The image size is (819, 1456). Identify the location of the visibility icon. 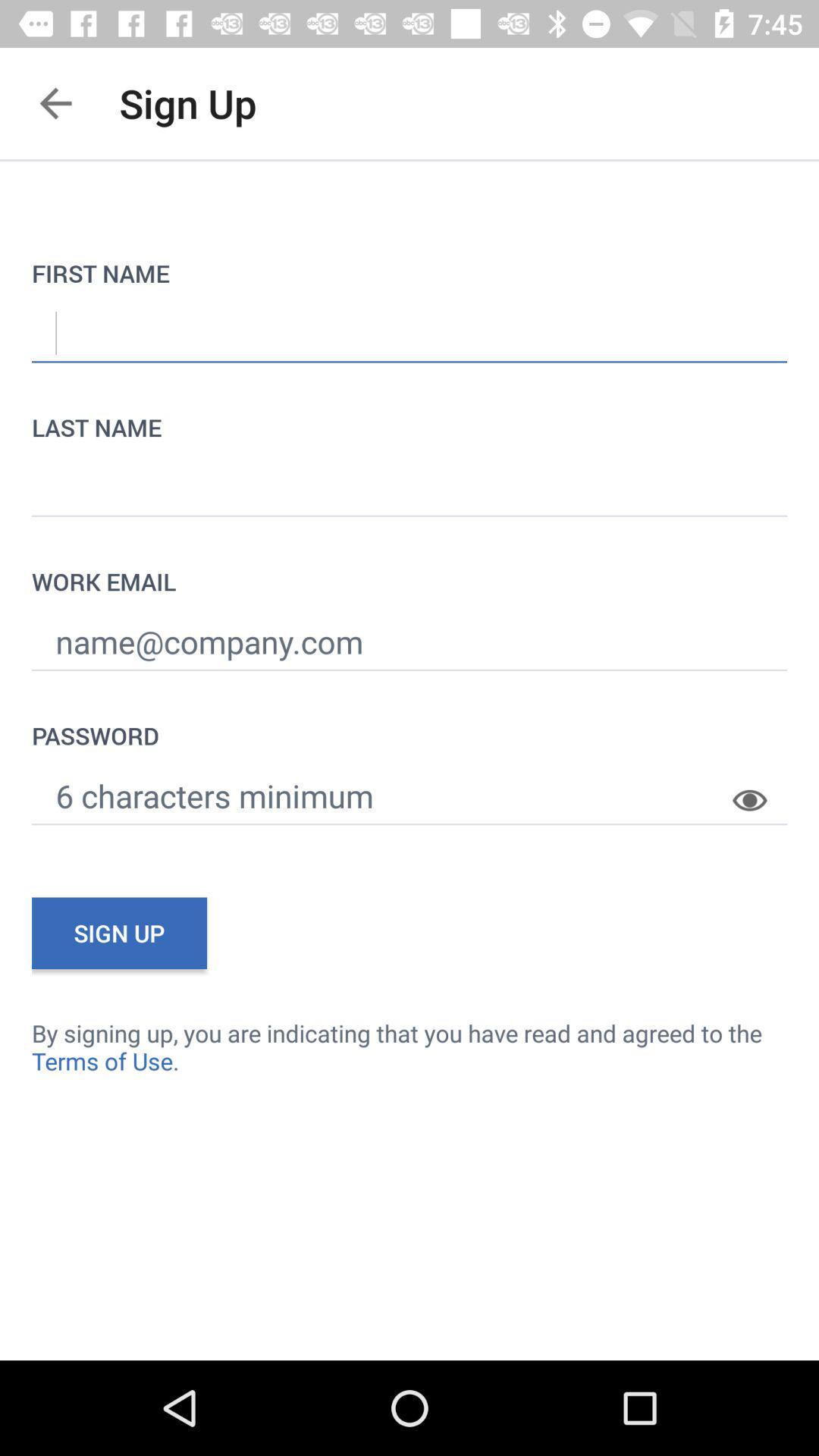
(760, 788).